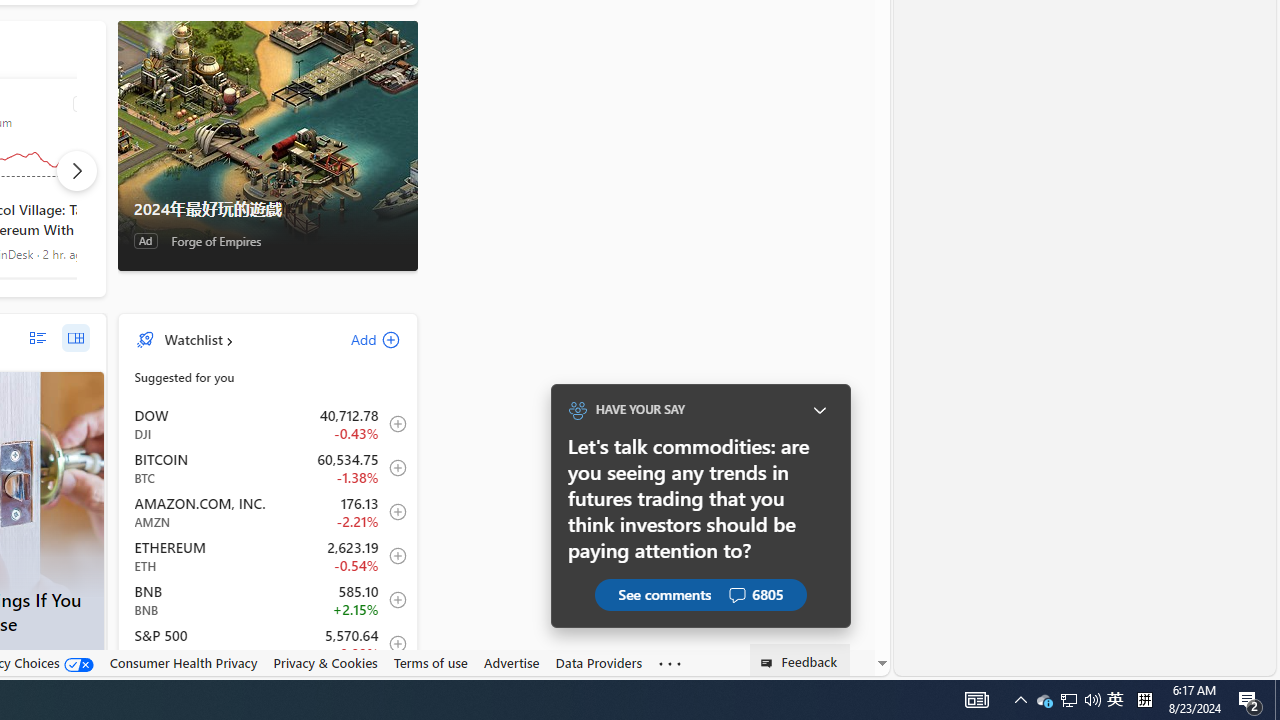 The image size is (1280, 720). Describe the element at coordinates (183, 662) in the screenshot. I see `'Consumer Health Privacy'` at that location.